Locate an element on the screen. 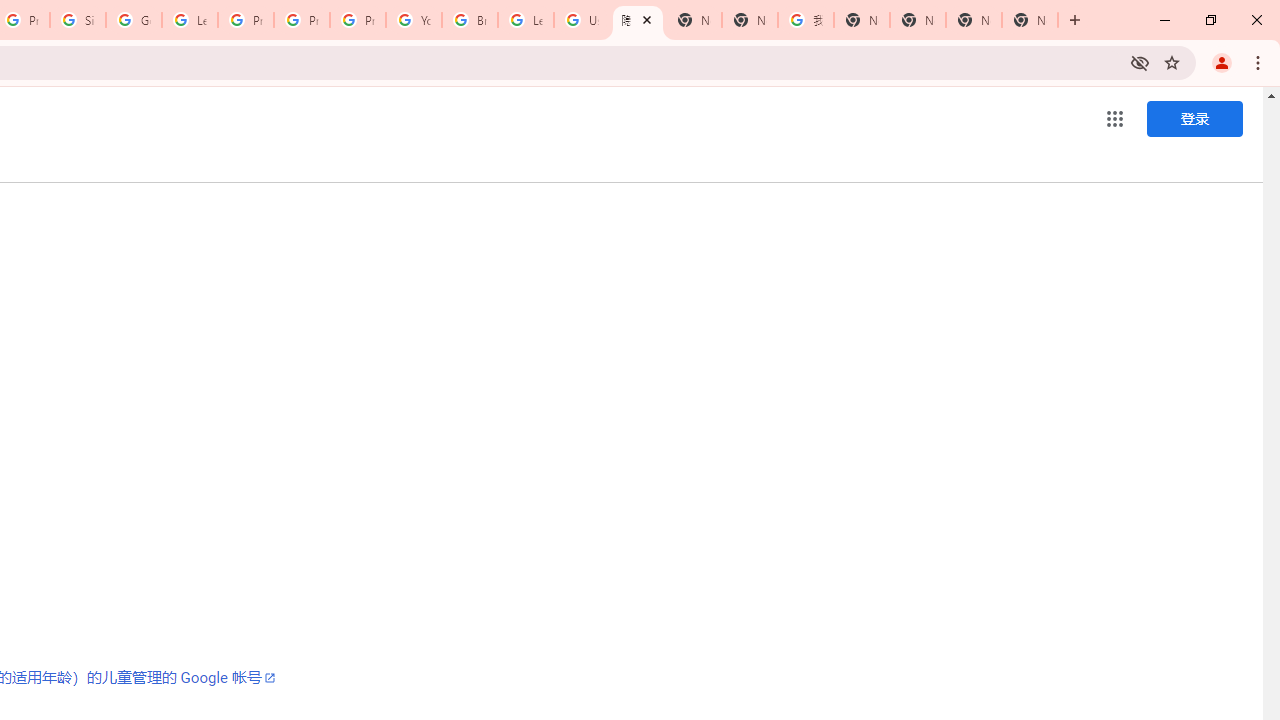  'Privacy Help Center - Policies Help' is located at coordinates (244, 20).